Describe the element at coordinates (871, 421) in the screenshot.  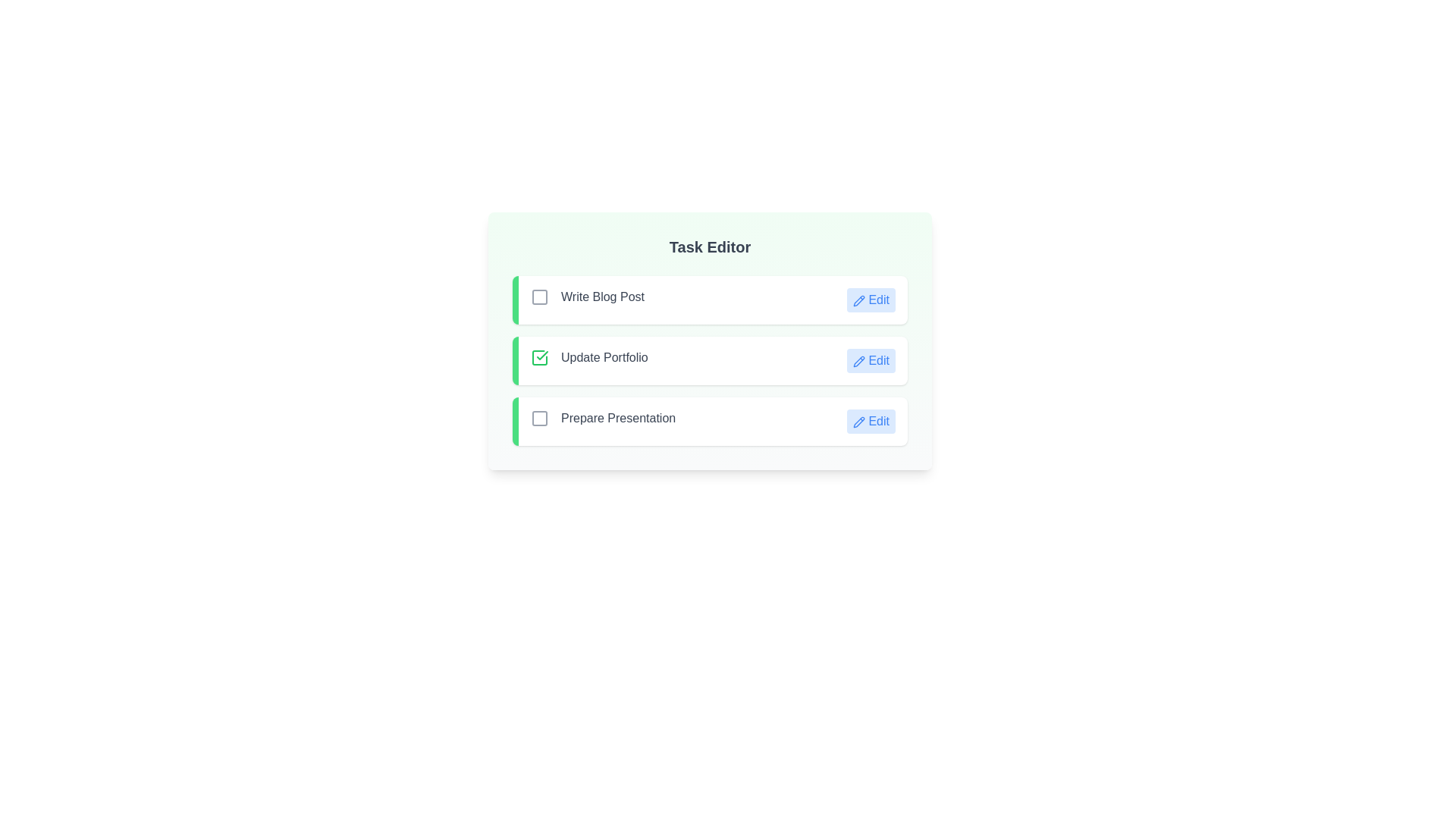
I see `'Edit' button for the task 'Prepare Presentation'` at that location.